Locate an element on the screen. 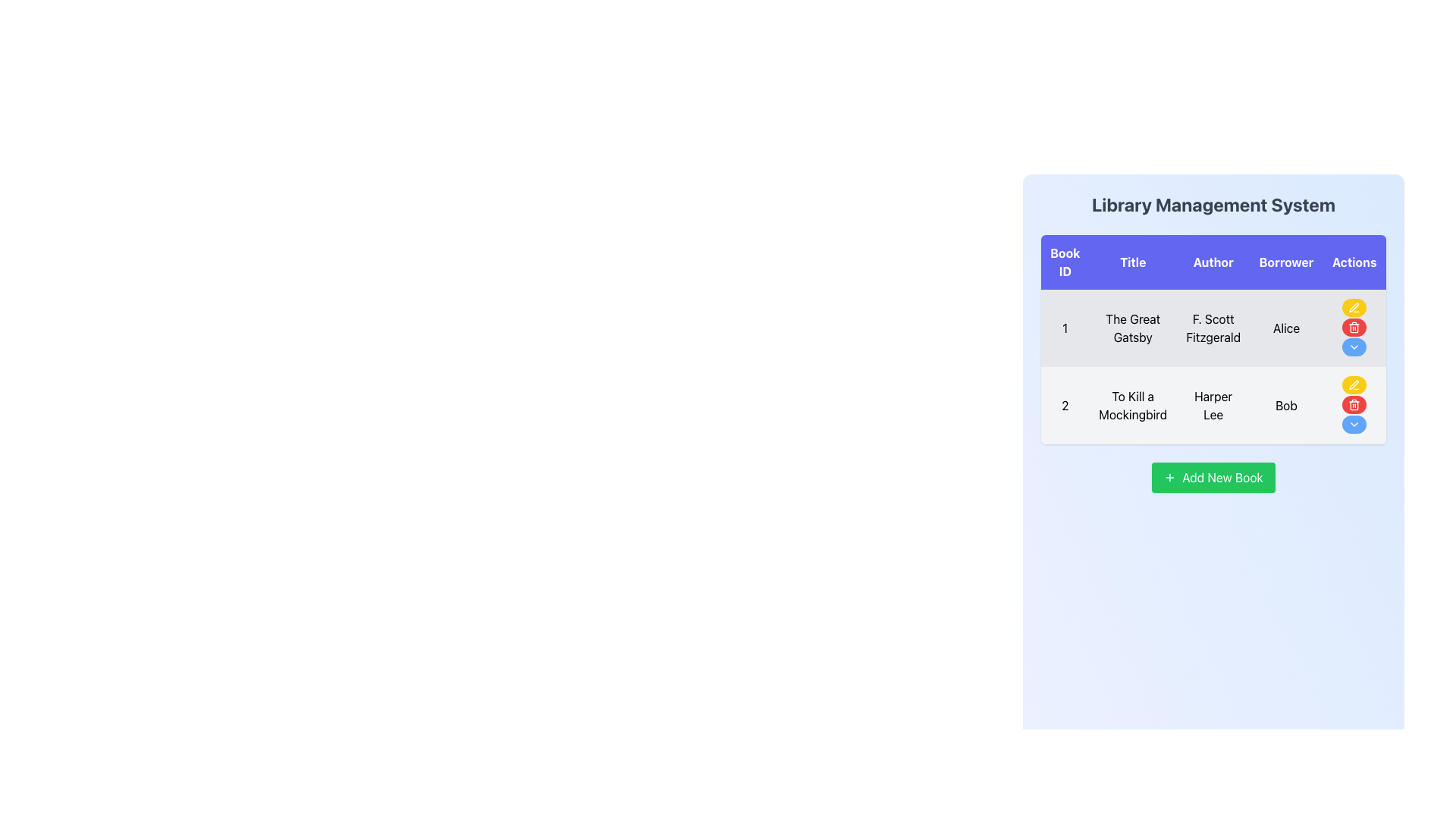 Image resolution: width=1456 pixels, height=819 pixels. the label displaying the title 'The Great Gatsby' in the first row of the table is located at coordinates (1133, 327).